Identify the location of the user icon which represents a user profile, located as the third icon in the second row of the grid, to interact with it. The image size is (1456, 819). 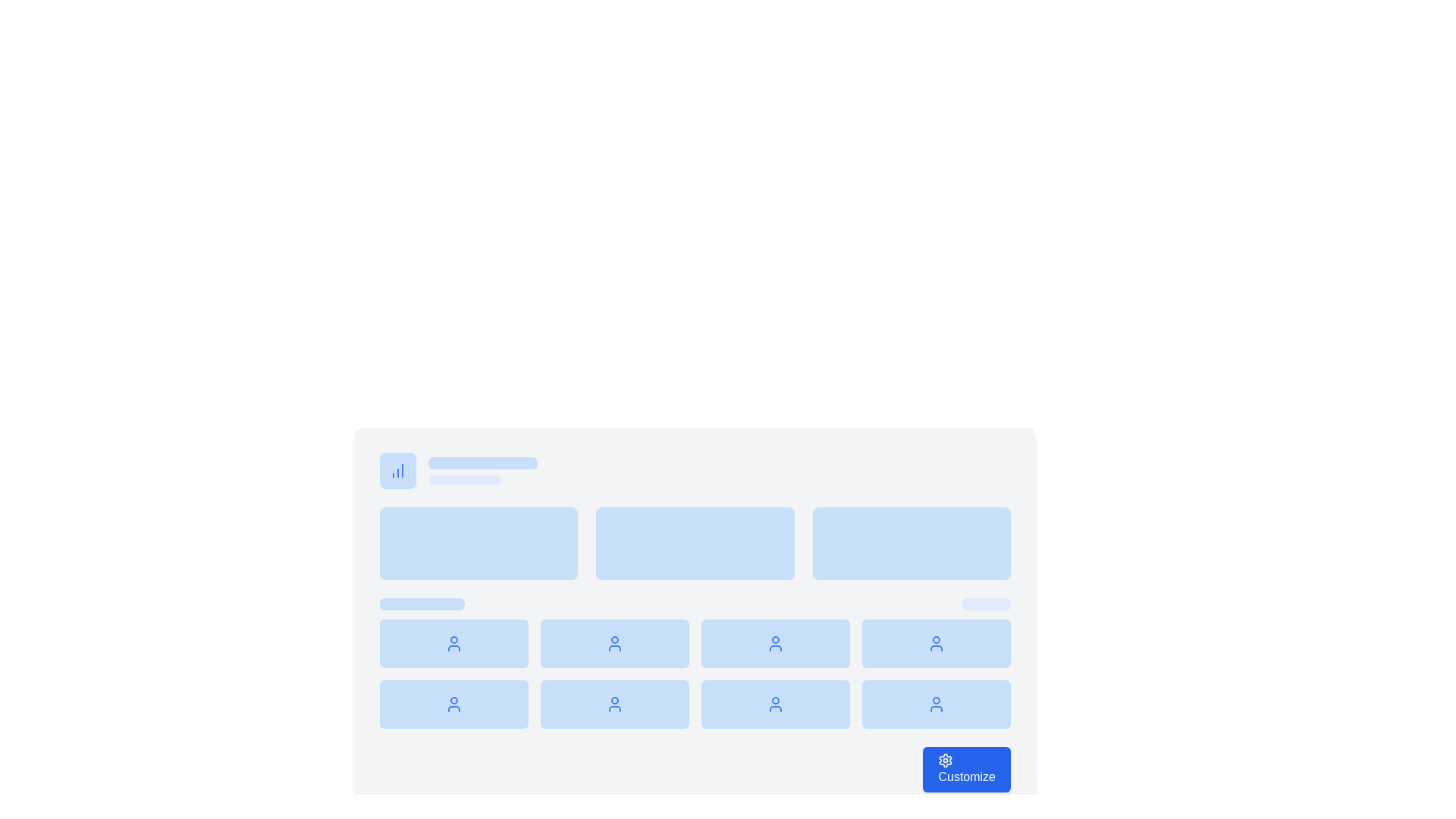
(775, 704).